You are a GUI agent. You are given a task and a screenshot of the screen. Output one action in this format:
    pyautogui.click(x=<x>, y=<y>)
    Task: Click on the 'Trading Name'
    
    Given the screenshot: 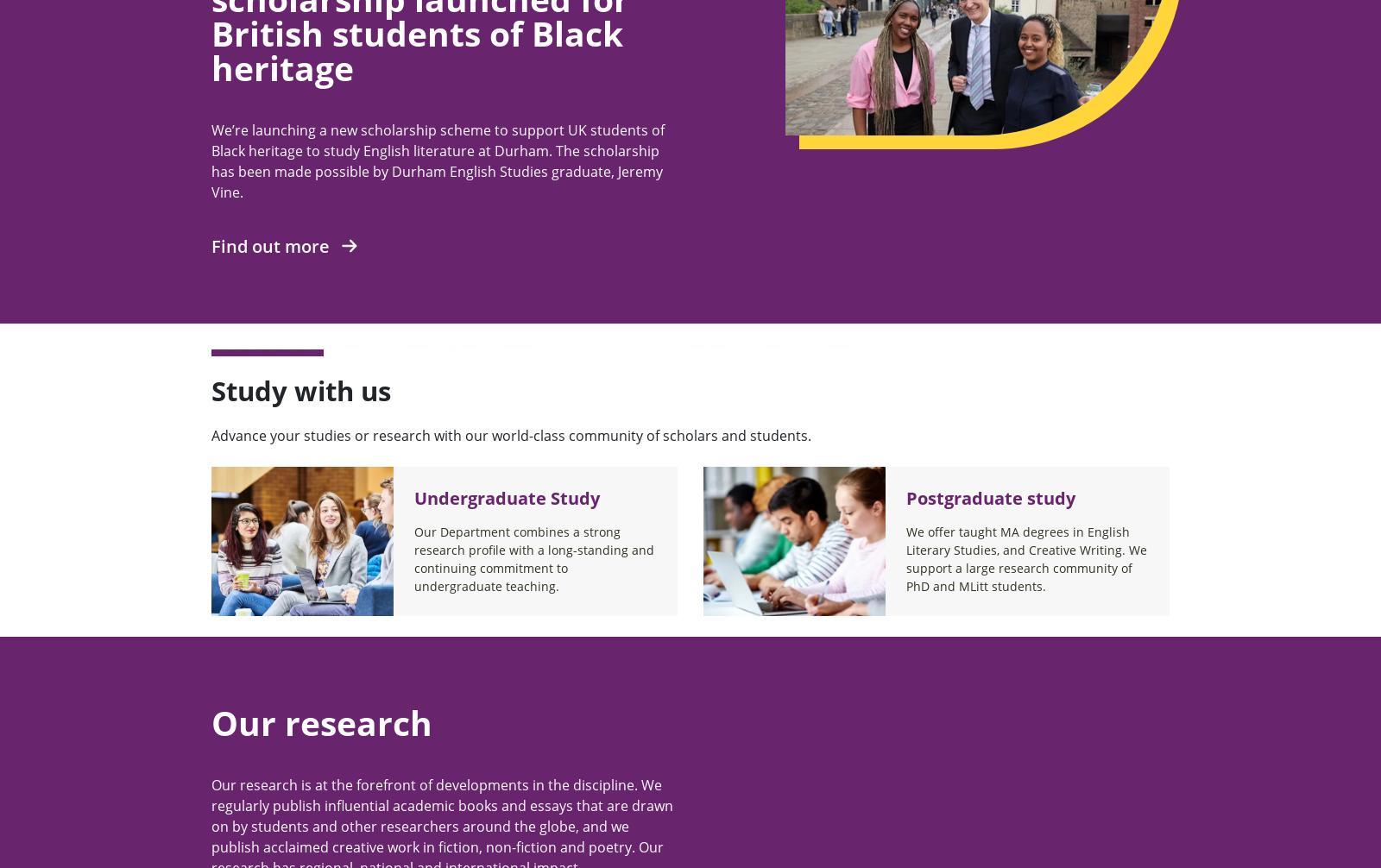 What is the action you would take?
    pyautogui.click(x=925, y=318)
    